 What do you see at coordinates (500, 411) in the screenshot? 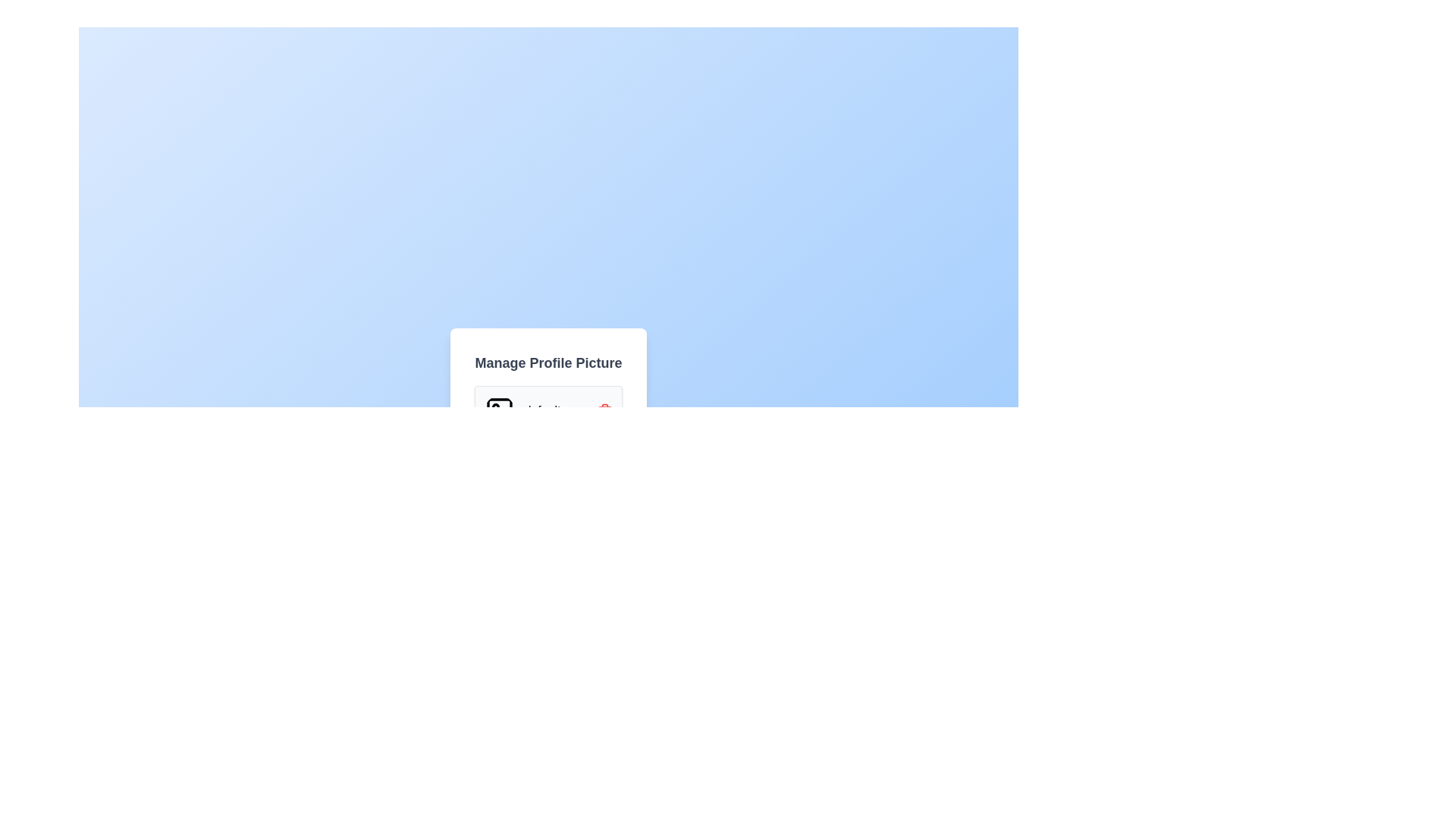
I see `the stylized graphical icon representing an image or placeholder for a profile picture` at bounding box center [500, 411].